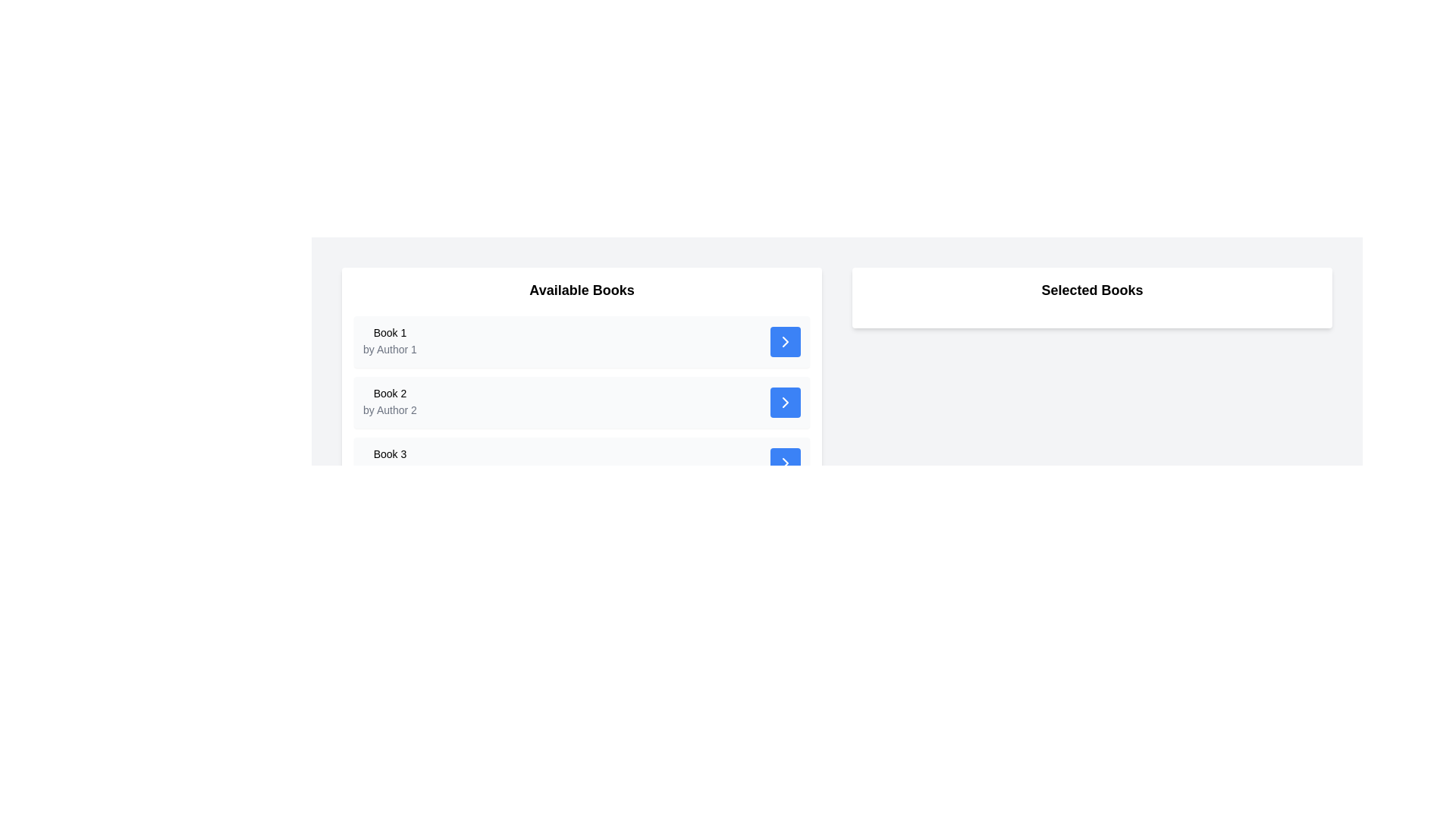  I want to click on the rightward-facing chevron icon with a white stroke on a blue background, located at the center of the third button in the 'Available Books' section, specifically for 'Book 3 by Author 3', so click(786, 342).